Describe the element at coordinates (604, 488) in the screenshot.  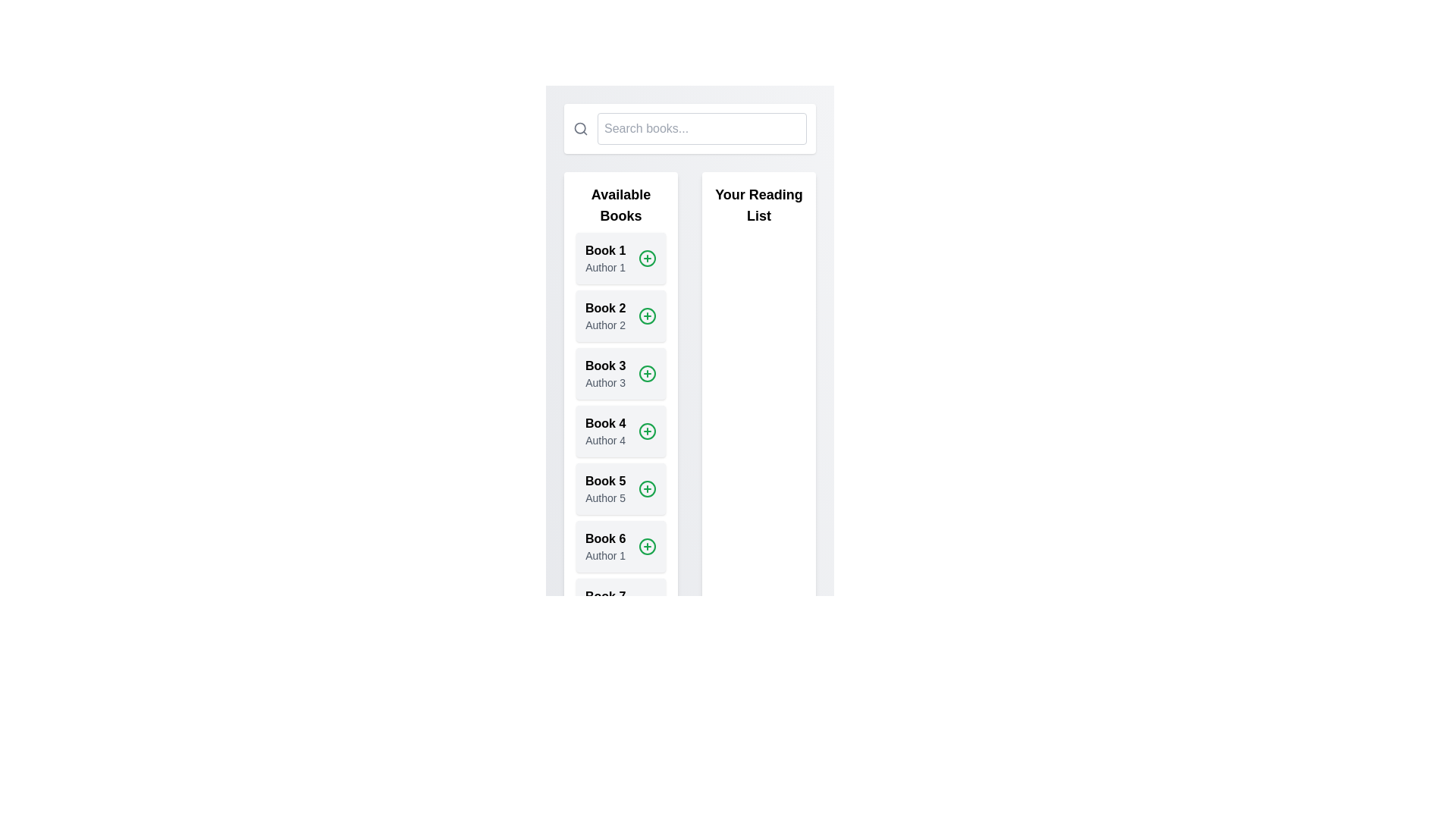
I see `title 'Book 5' and the author 'Author 5' from the text label located in the fifth card from the top of the vertical list of book entries` at that location.